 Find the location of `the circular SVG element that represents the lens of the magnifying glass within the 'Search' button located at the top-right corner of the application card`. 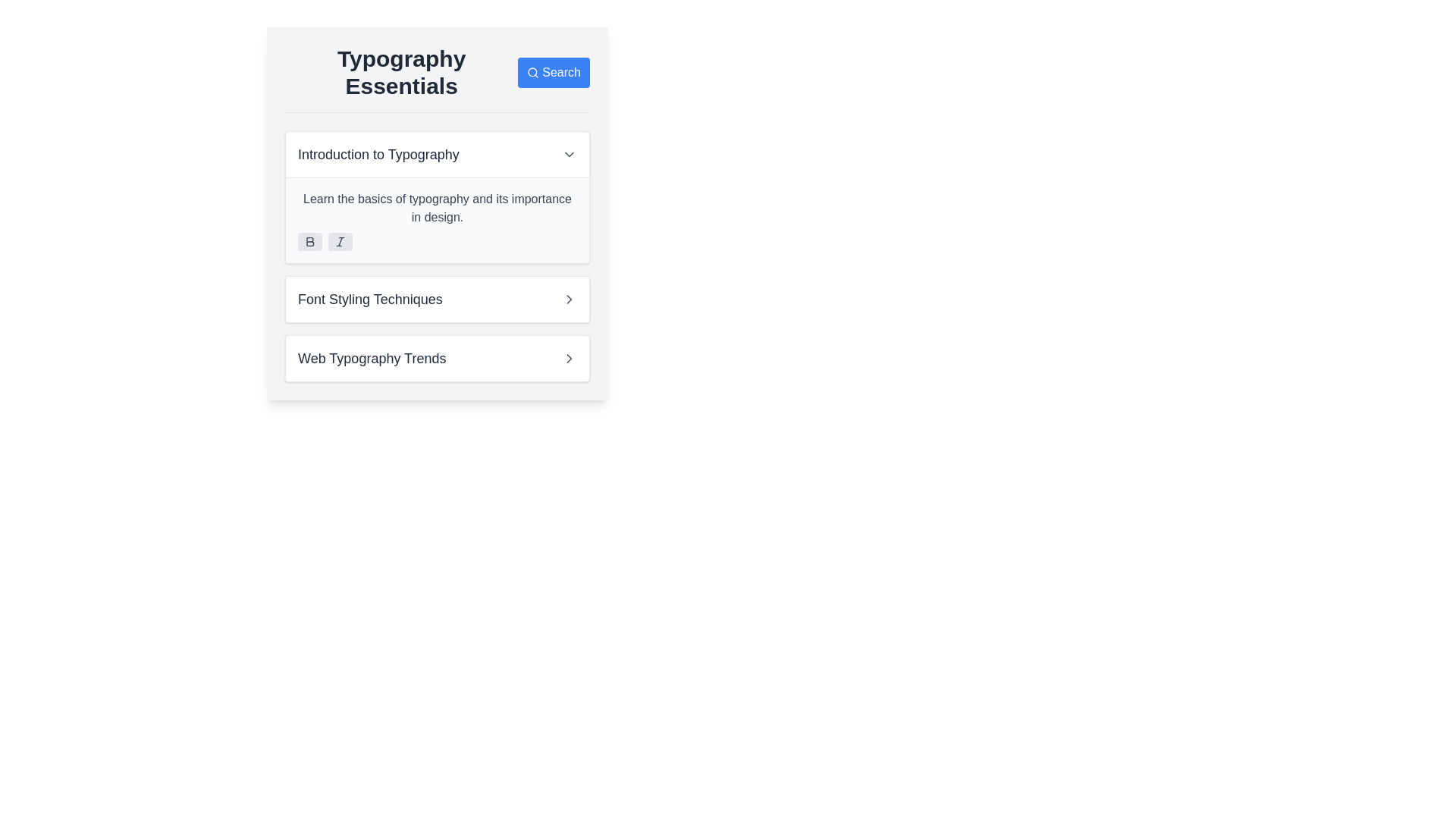

the circular SVG element that represents the lens of the magnifying glass within the 'Search' button located at the top-right corner of the application card is located at coordinates (532, 72).